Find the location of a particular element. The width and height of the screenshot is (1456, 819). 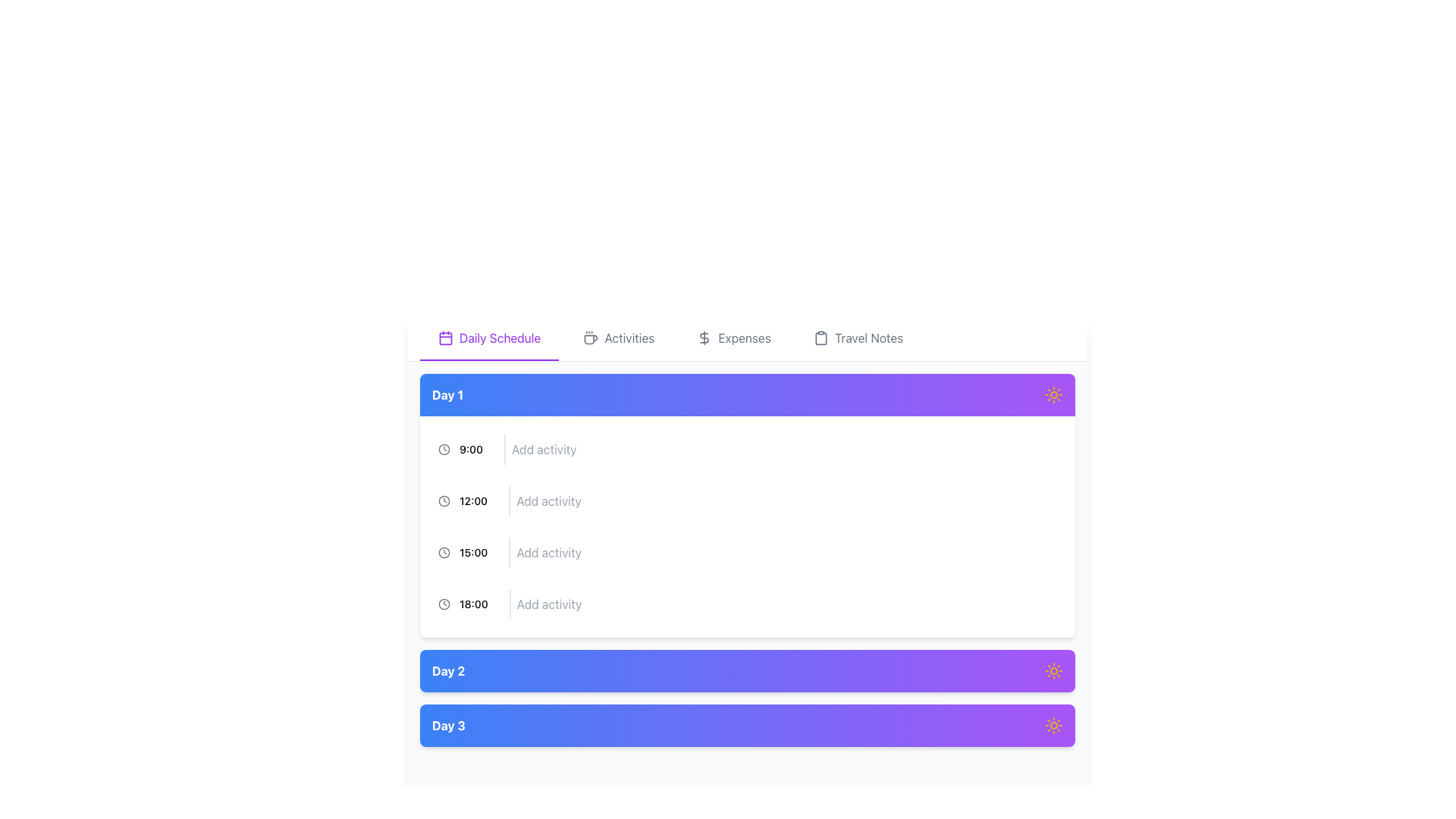

the clipboard icon located next to the 'Travel Notes' label in the top navigation bar, which features a simple outline and rounded edges is located at coordinates (820, 337).